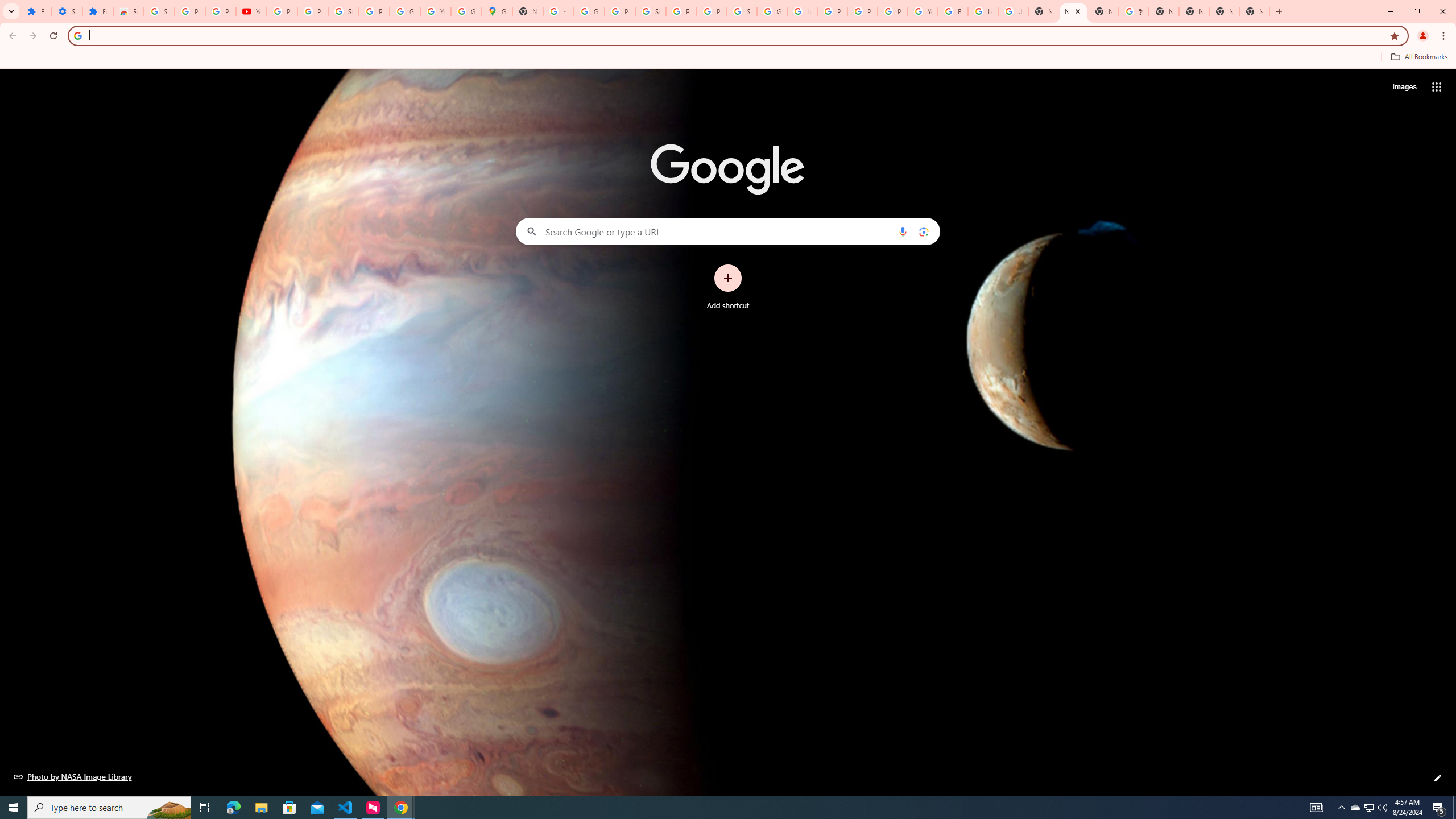 This screenshot has width=1456, height=819. I want to click on 'Customize this page', so click(1437, 777).